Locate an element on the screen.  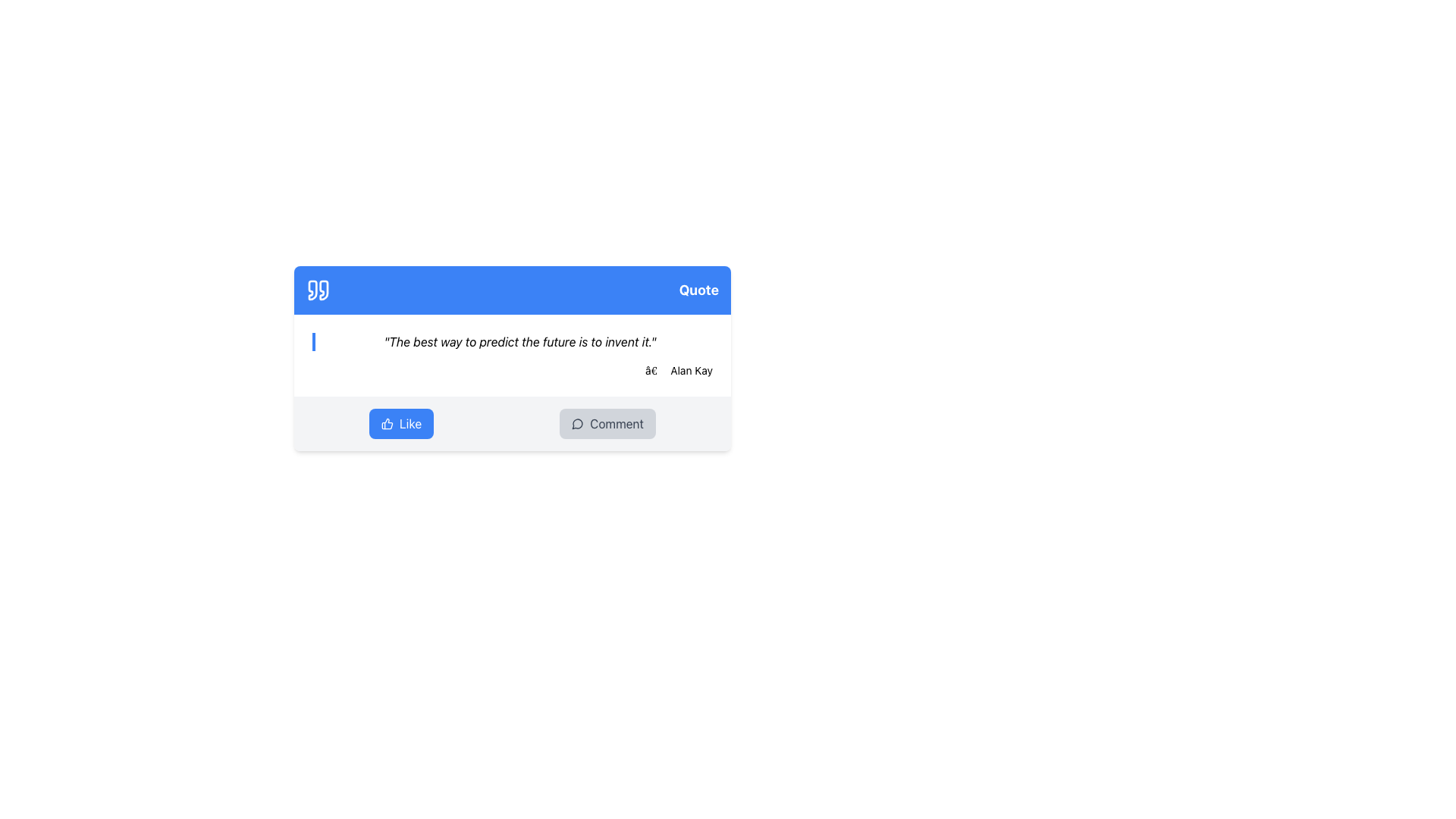
the blue right quotation mark icon located at the top-left of the card header, which is the second quotation mark in its grouping is located at coordinates (323, 290).